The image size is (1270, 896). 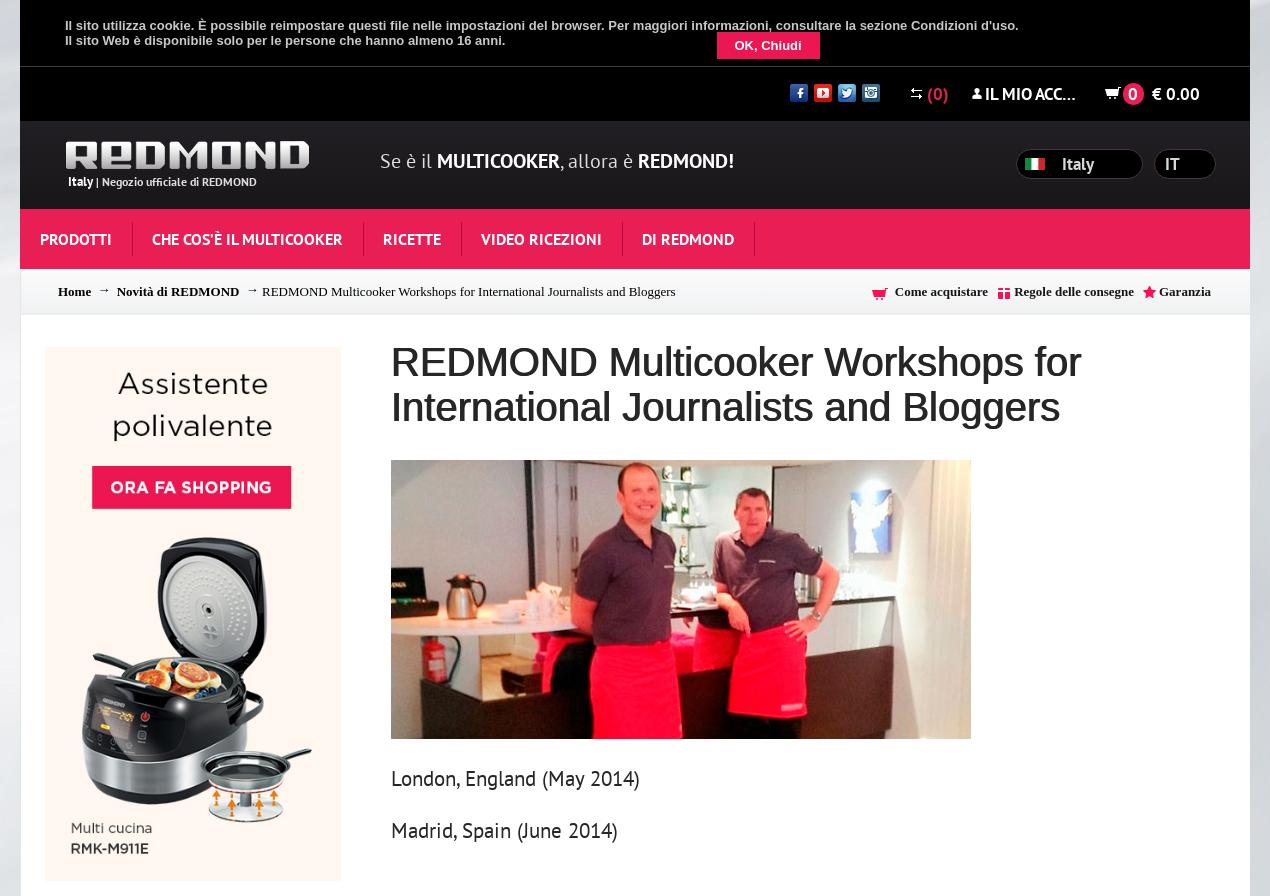 What do you see at coordinates (1043, 93) in the screenshot?
I see `'Il mio account'` at bounding box center [1043, 93].